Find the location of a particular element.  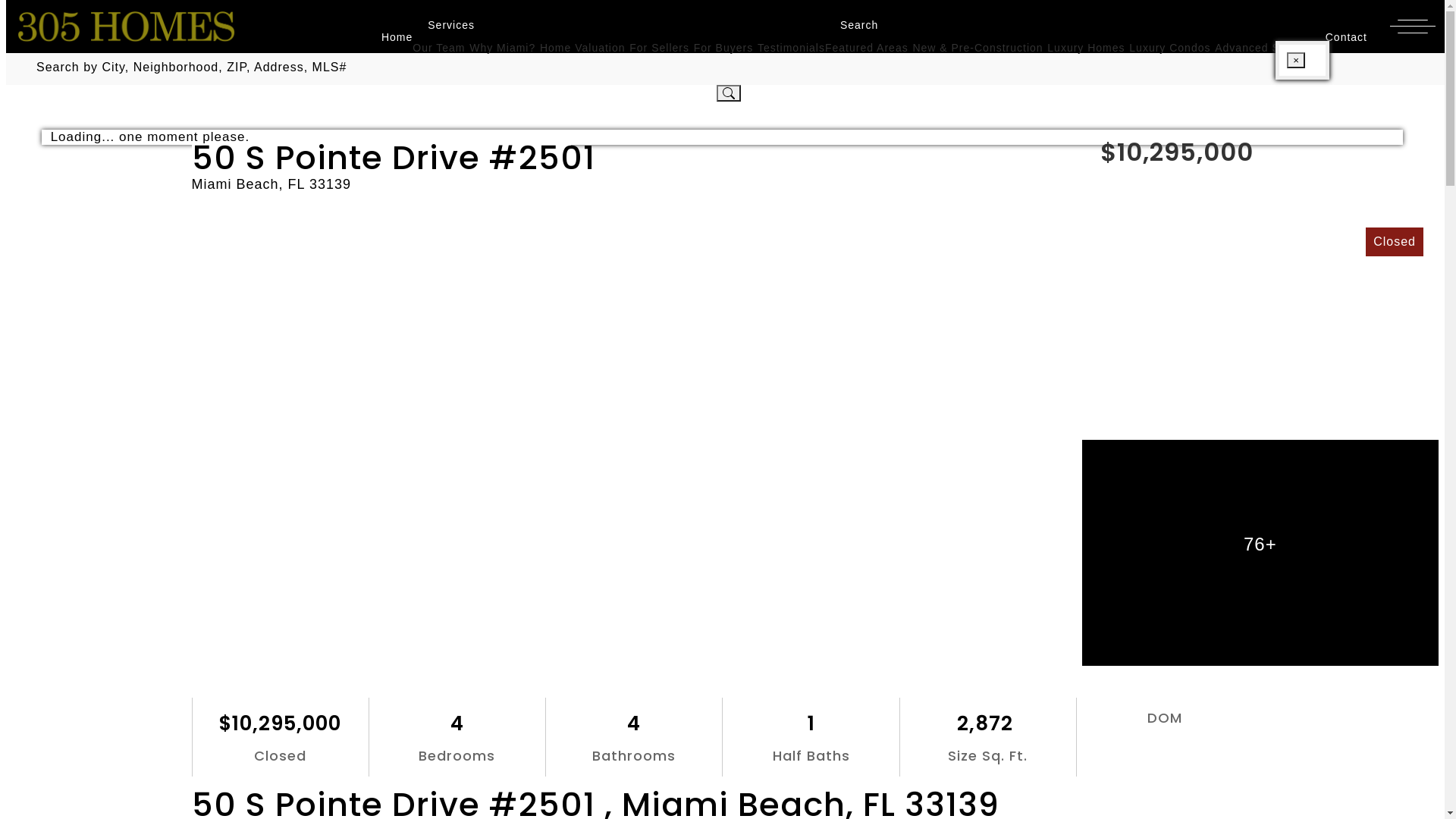

'Contact' is located at coordinates (1338, 36).